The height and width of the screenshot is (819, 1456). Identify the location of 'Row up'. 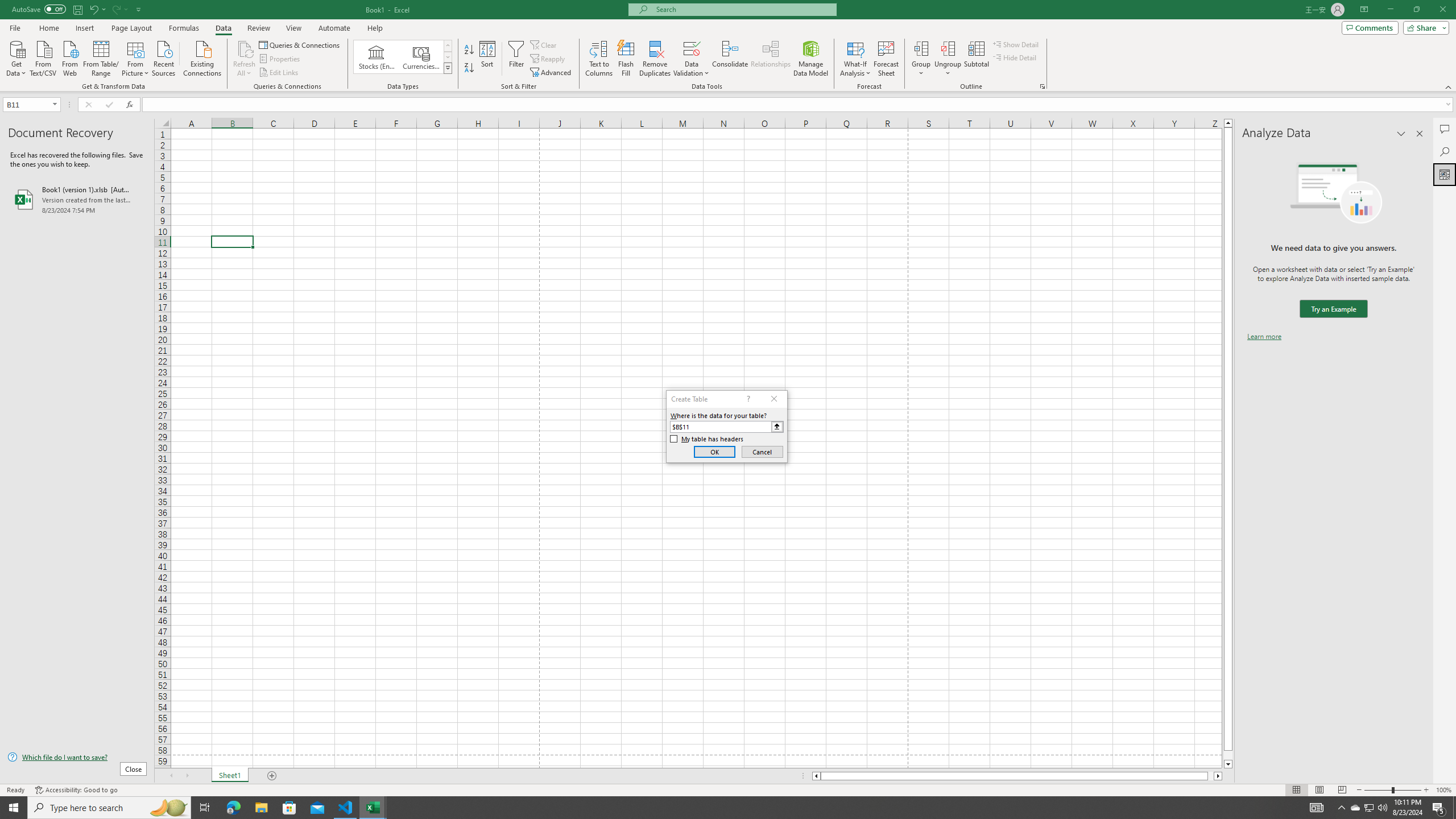
(448, 45).